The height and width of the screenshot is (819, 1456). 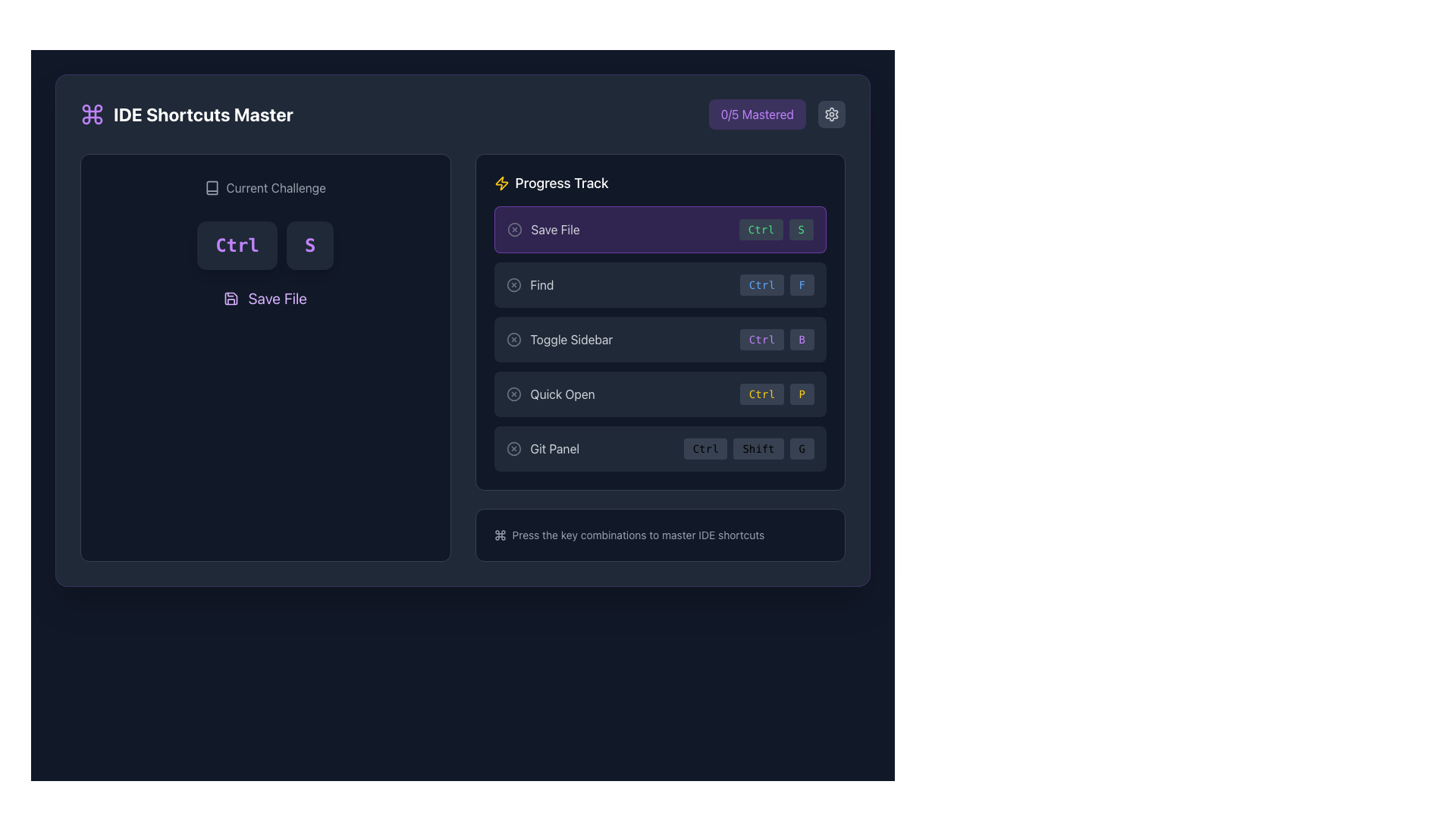 What do you see at coordinates (558, 338) in the screenshot?
I see `the third button in the 'Progress Track' list, which serves as a toggle for the sidebar` at bounding box center [558, 338].